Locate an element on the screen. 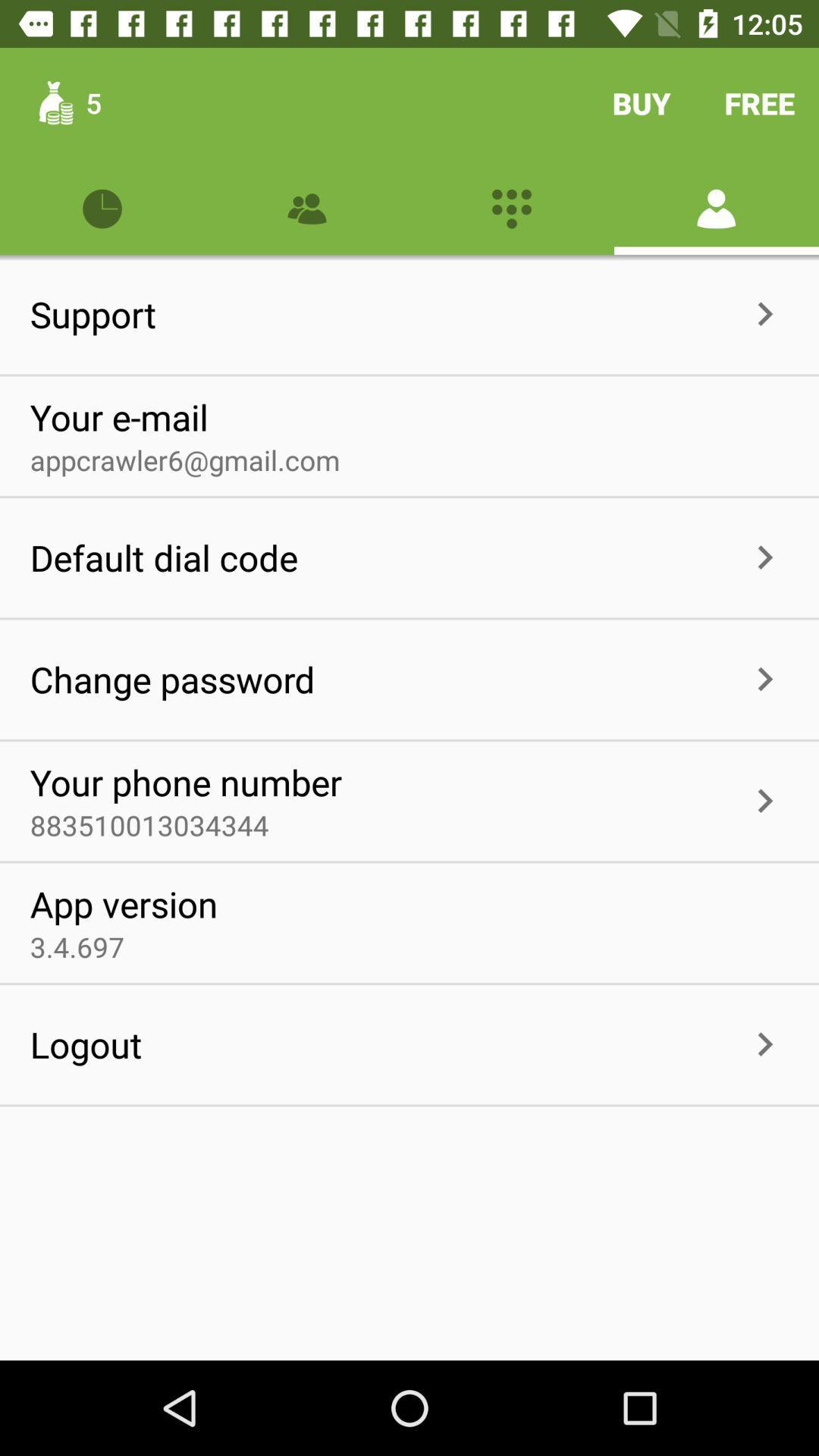 The height and width of the screenshot is (1456, 819). app version is located at coordinates (123, 904).